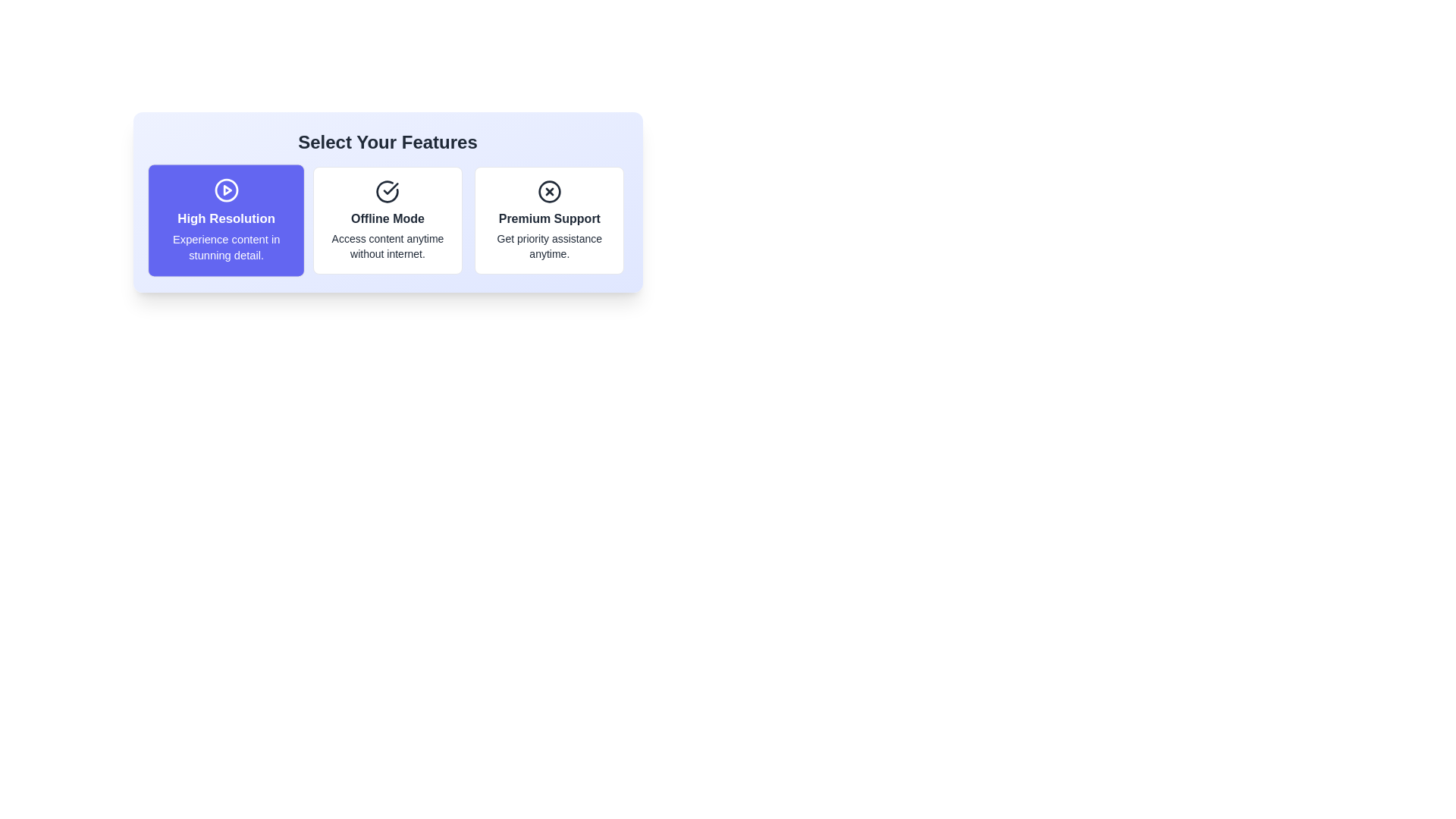 The height and width of the screenshot is (819, 1456). What do you see at coordinates (225, 220) in the screenshot?
I see `the 'High Resolution' interactive card located at the top left corner of the grid layout` at bounding box center [225, 220].